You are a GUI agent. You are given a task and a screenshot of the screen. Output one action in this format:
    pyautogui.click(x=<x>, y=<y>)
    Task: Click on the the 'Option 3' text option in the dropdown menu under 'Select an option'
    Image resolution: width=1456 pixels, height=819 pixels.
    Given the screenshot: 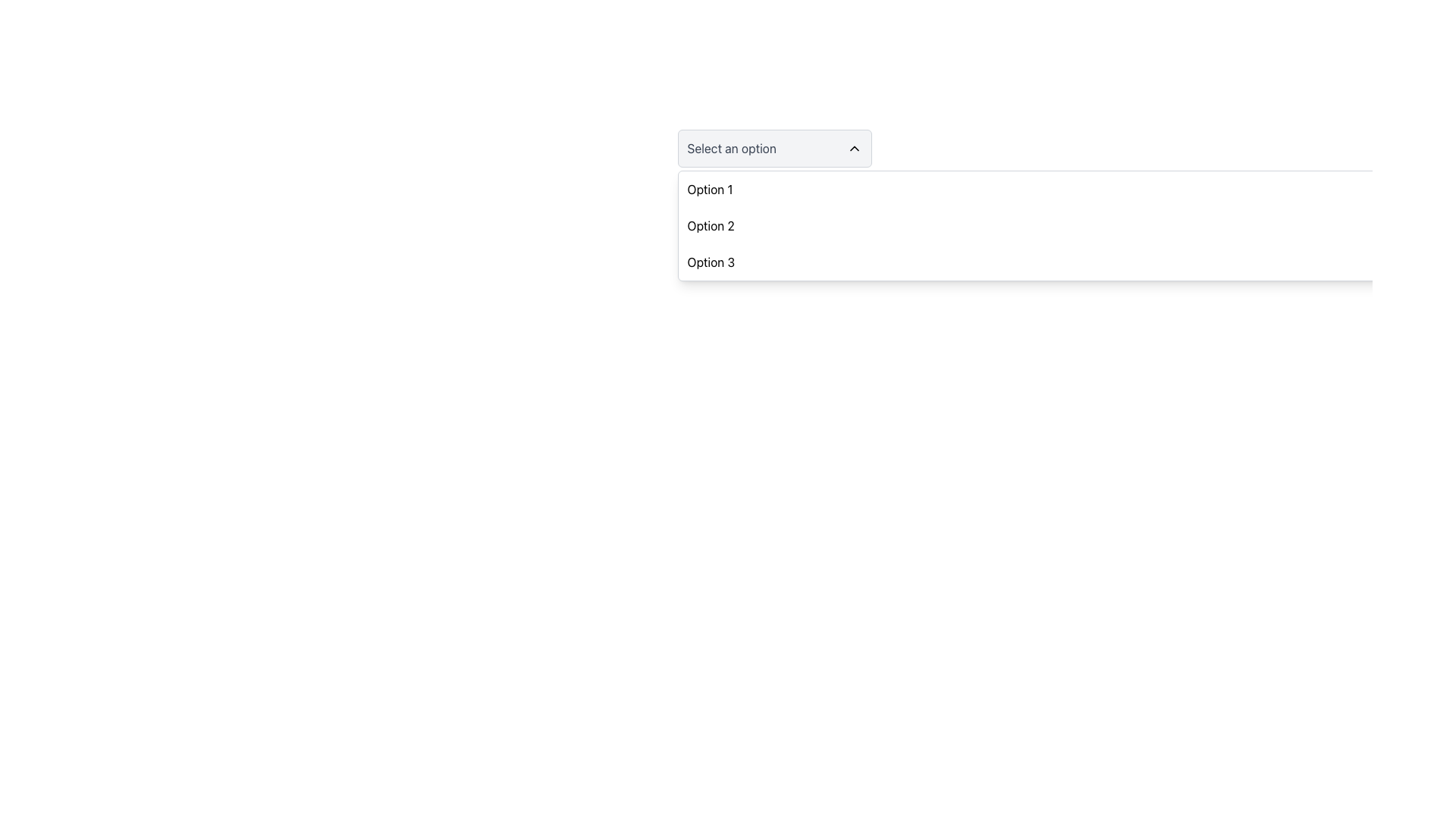 What is the action you would take?
    pyautogui.click(x=710, y=262)
    